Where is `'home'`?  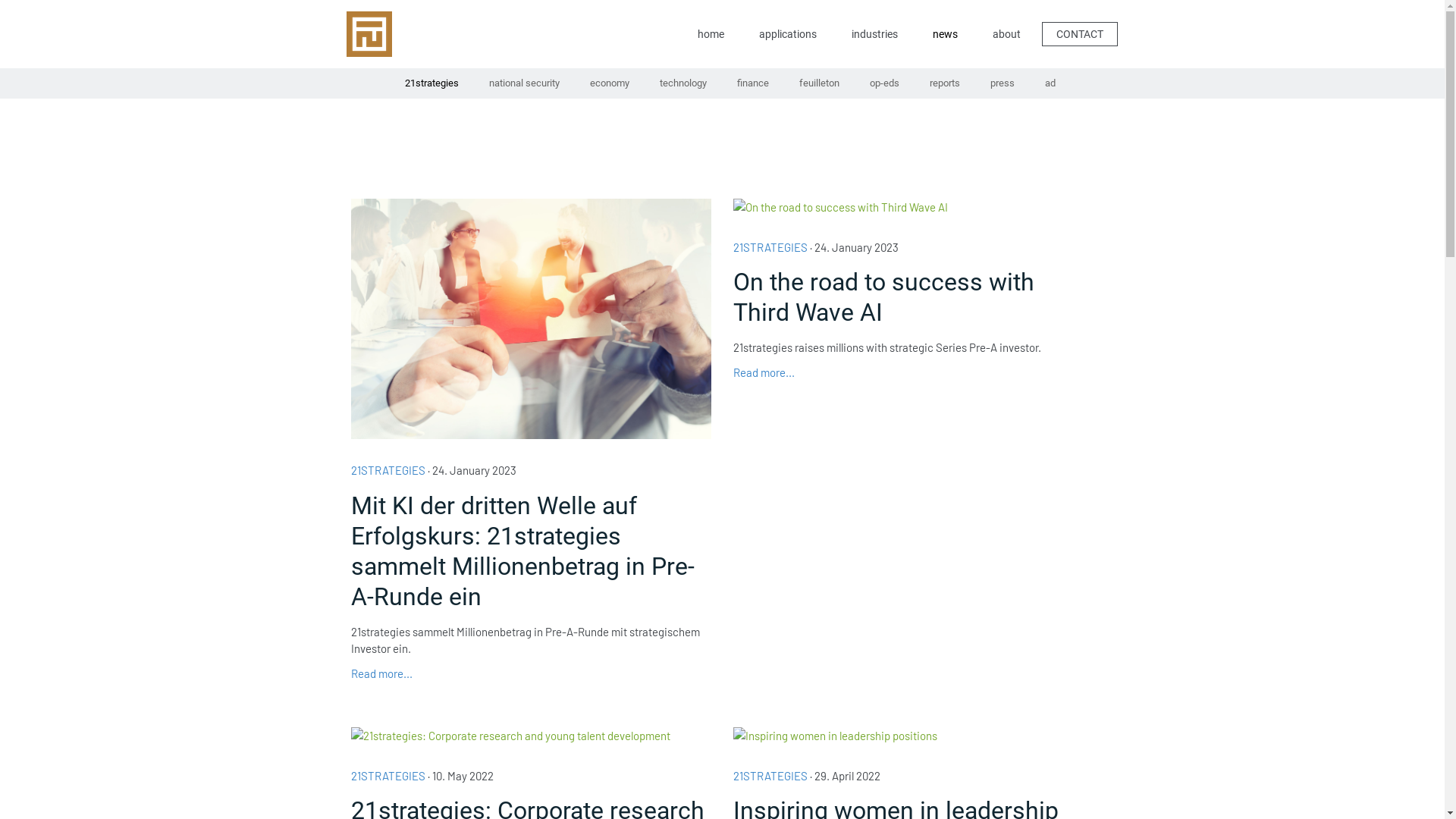 'home' is located at coordinates (710, 34).